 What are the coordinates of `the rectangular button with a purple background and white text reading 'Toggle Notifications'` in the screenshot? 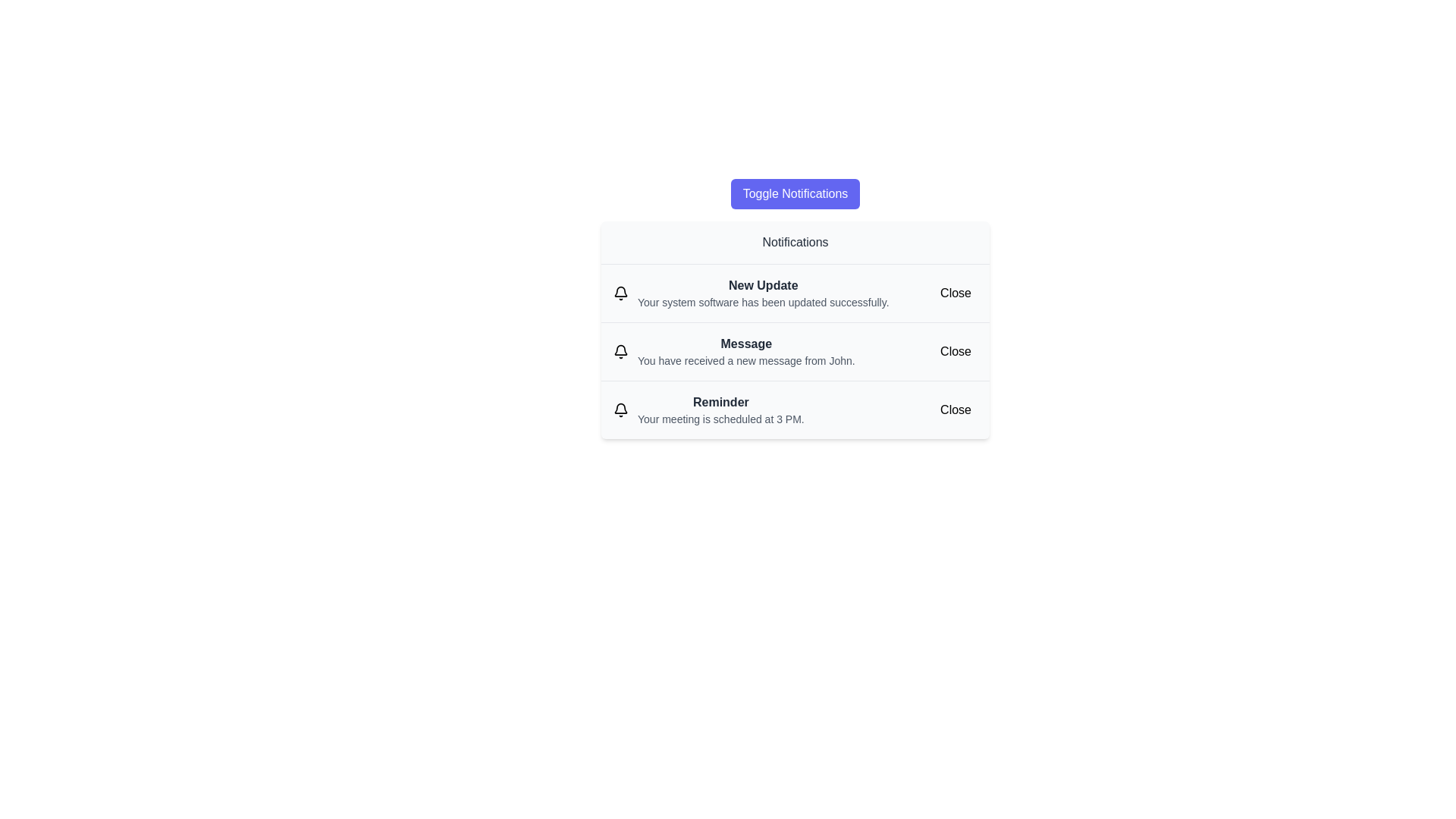 It's located at (795, 193).